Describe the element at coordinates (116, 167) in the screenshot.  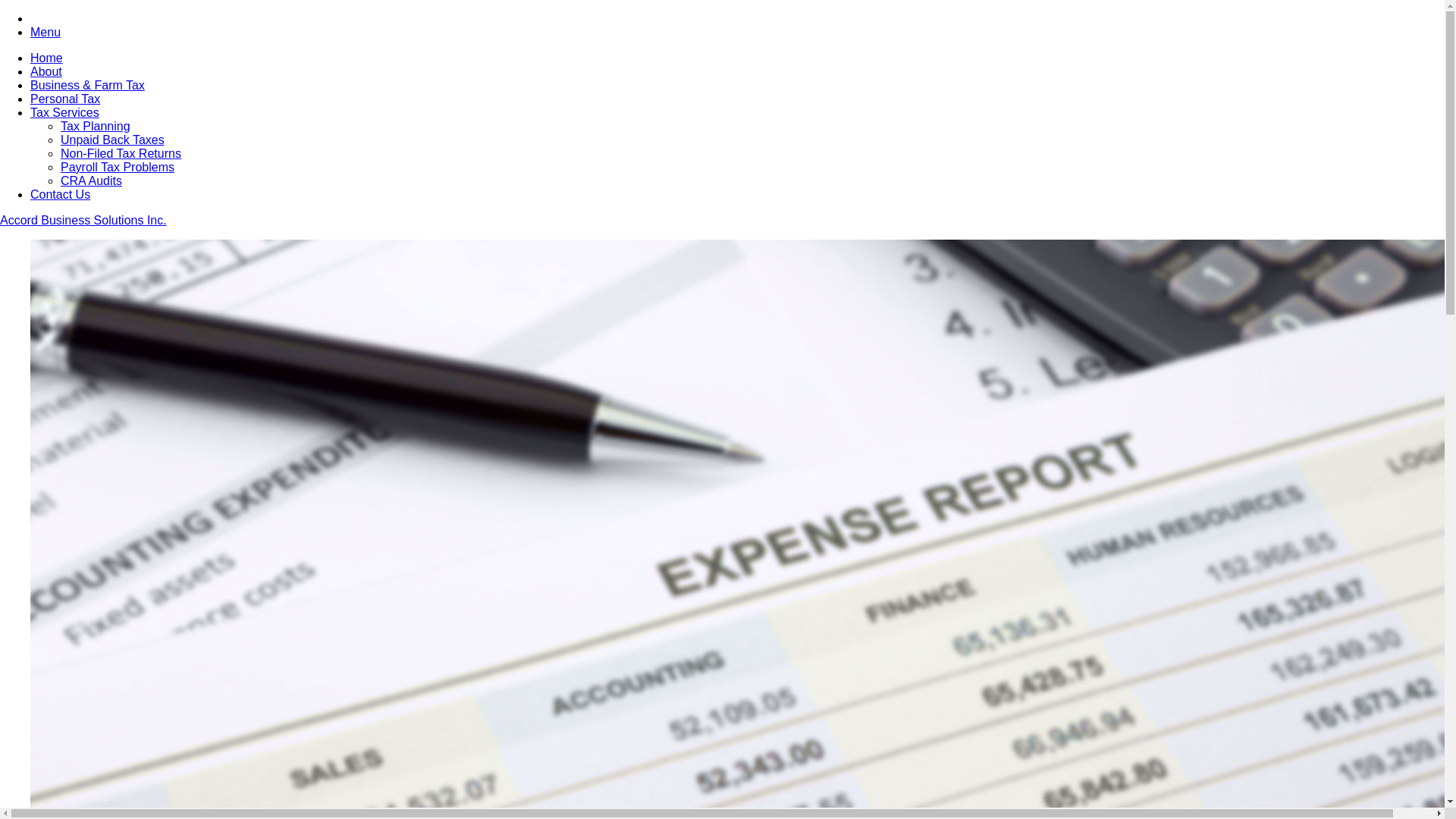
I see `'Payroll Tax Problems'` at that location.